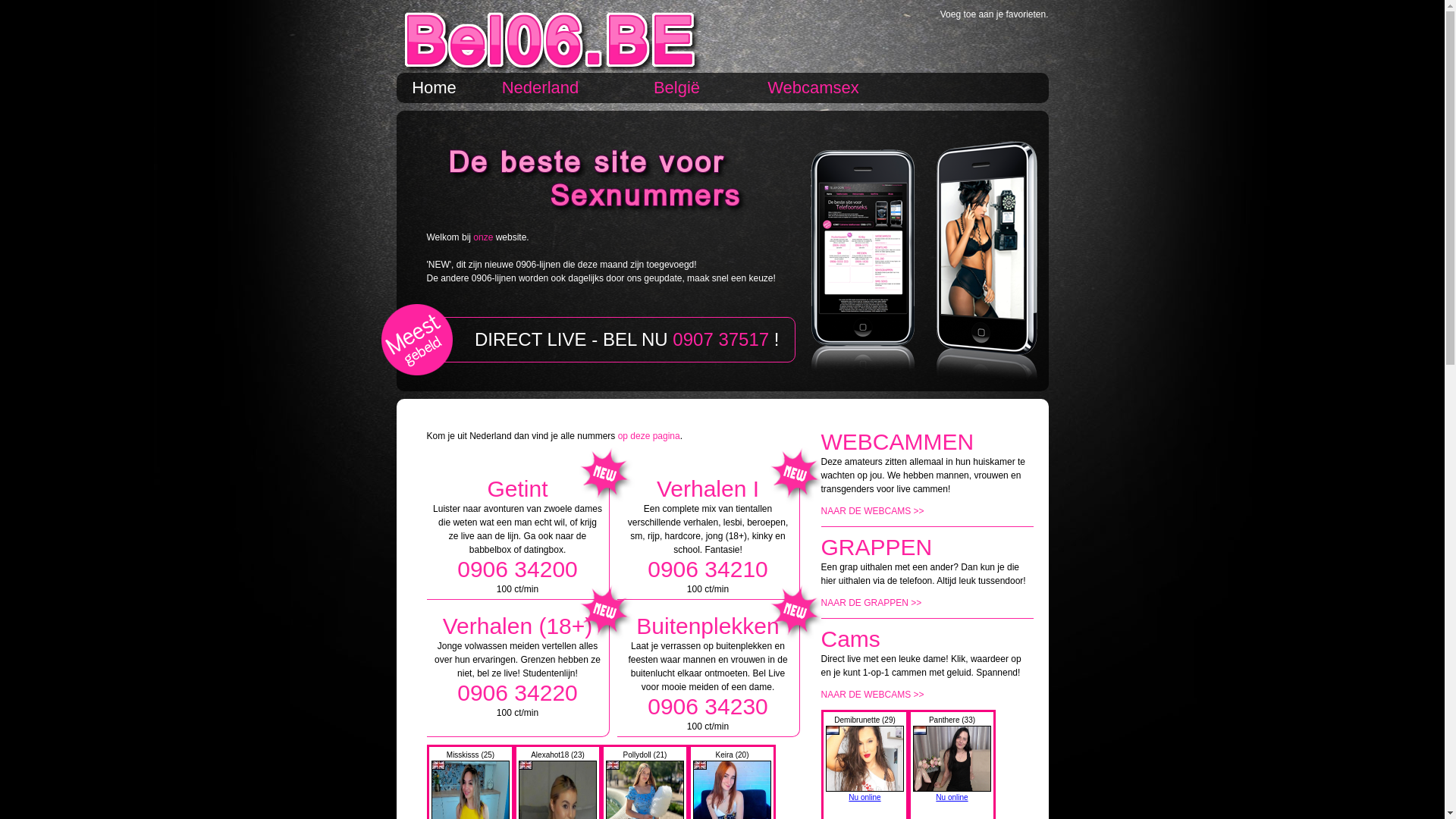 The height and width of the screenshot is (819, 1456). Describe the element at coordinates (648, 435) in the screenshot. I see `'op deze pagina'` at that location.